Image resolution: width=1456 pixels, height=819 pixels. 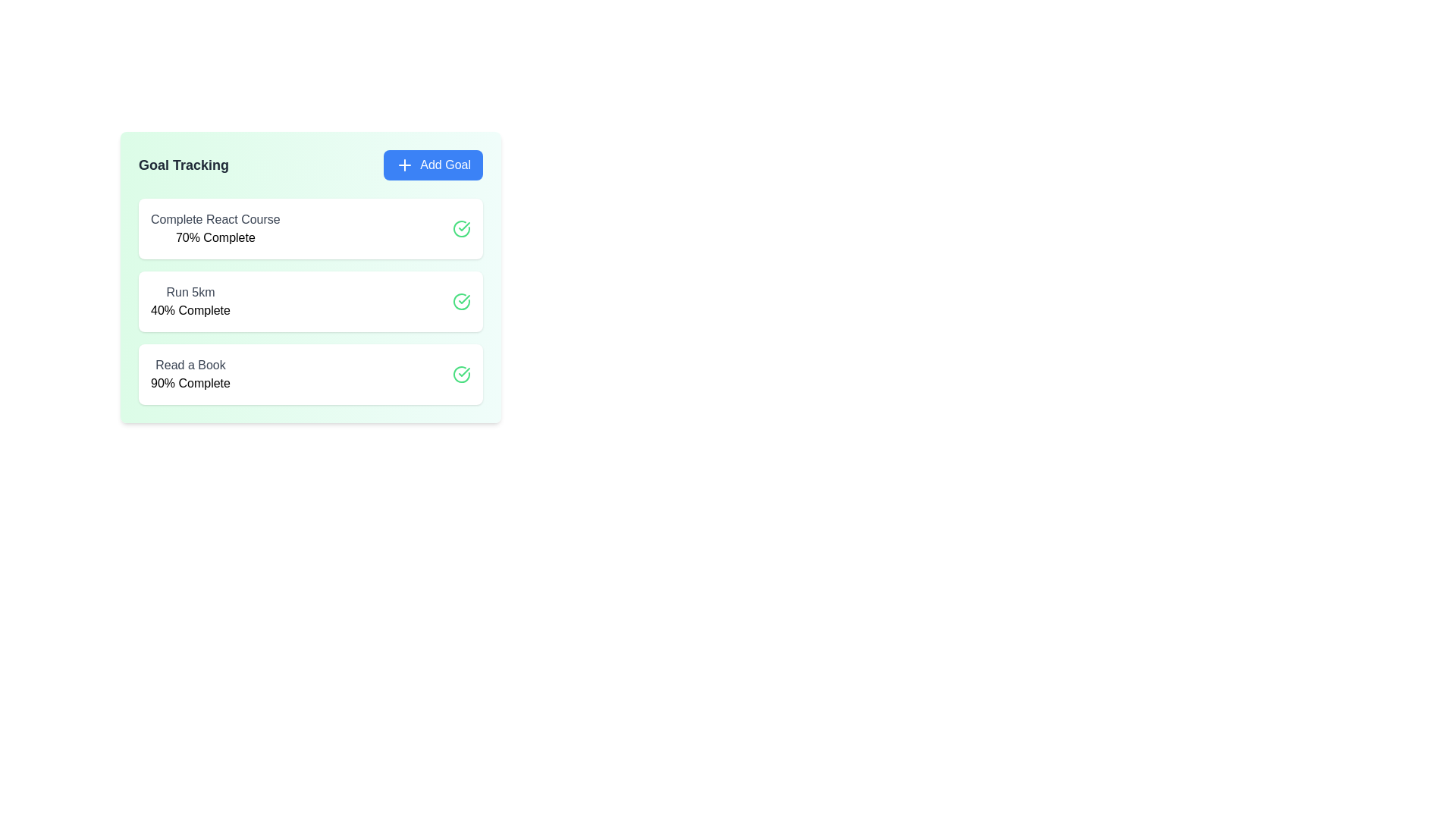 I want to click on the completion icon indicating the successful task 'Run 5km', located to the right of the 'Run 5km' text and below the 'Complete React Course' section, so click(x=461, y=301).